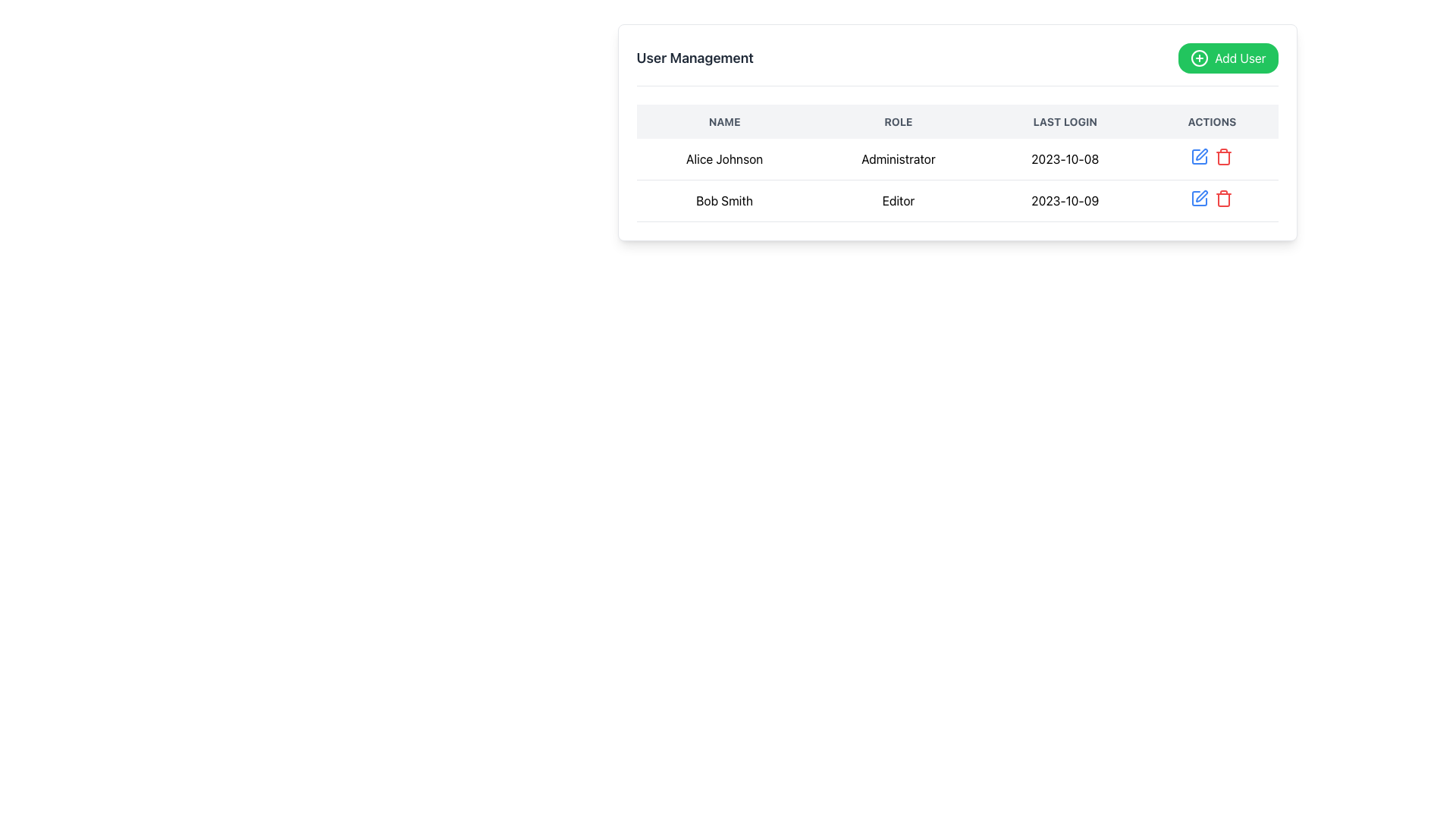 The height and width of the screenshot is (819, 1456). What do you see at coordinates (1224, 198) in the screenshot?
I see `the 'Delete' button icon in the 'Actions' column of the table for 'Bob Smith'` at bounding box center [1224, 198].